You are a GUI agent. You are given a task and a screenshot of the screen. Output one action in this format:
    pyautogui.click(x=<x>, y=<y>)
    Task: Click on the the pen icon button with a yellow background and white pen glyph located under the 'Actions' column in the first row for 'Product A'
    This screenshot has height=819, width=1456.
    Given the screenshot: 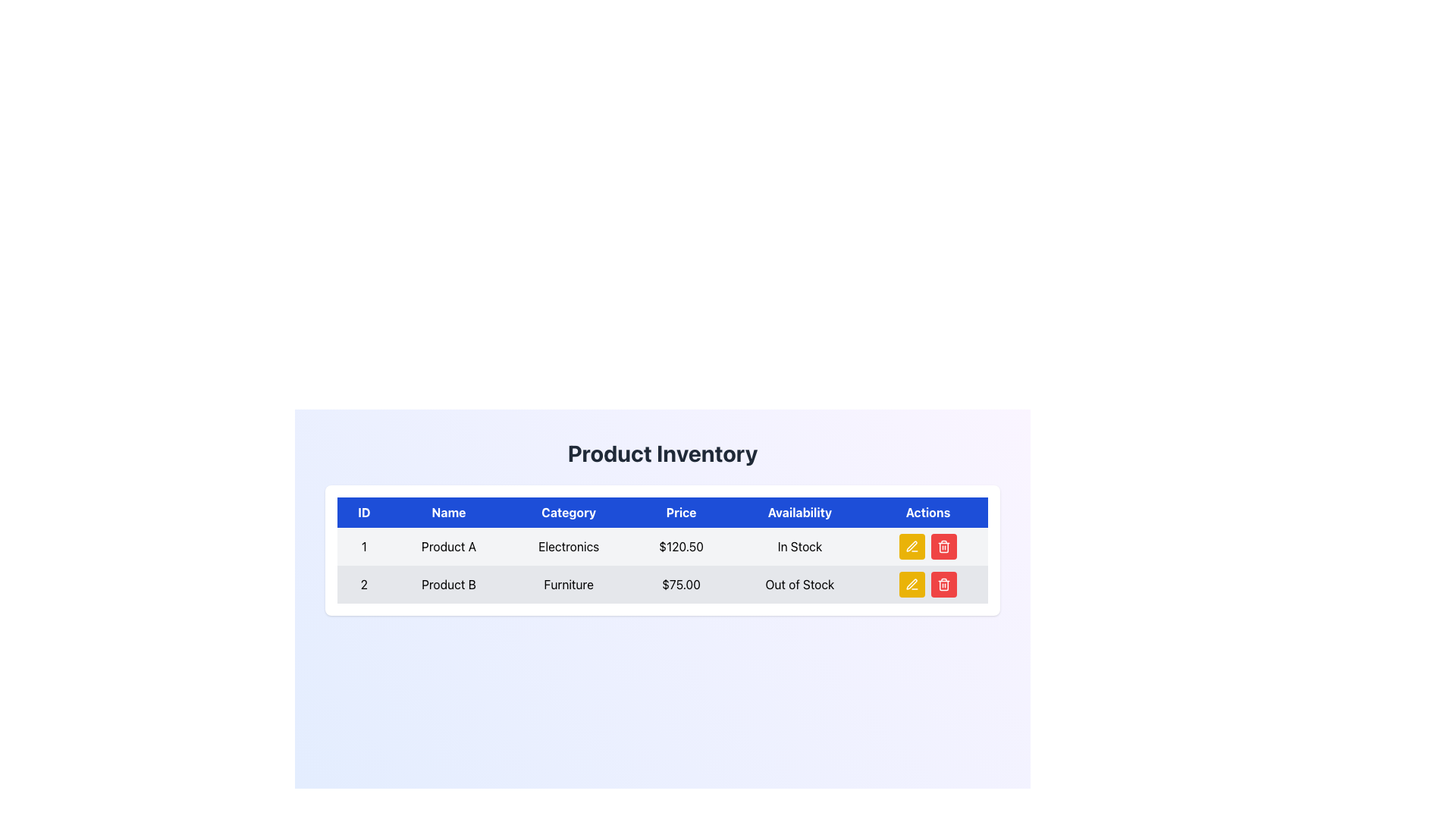 What is the action you would take?
    pyautogui.click(x=911, y=547)
    